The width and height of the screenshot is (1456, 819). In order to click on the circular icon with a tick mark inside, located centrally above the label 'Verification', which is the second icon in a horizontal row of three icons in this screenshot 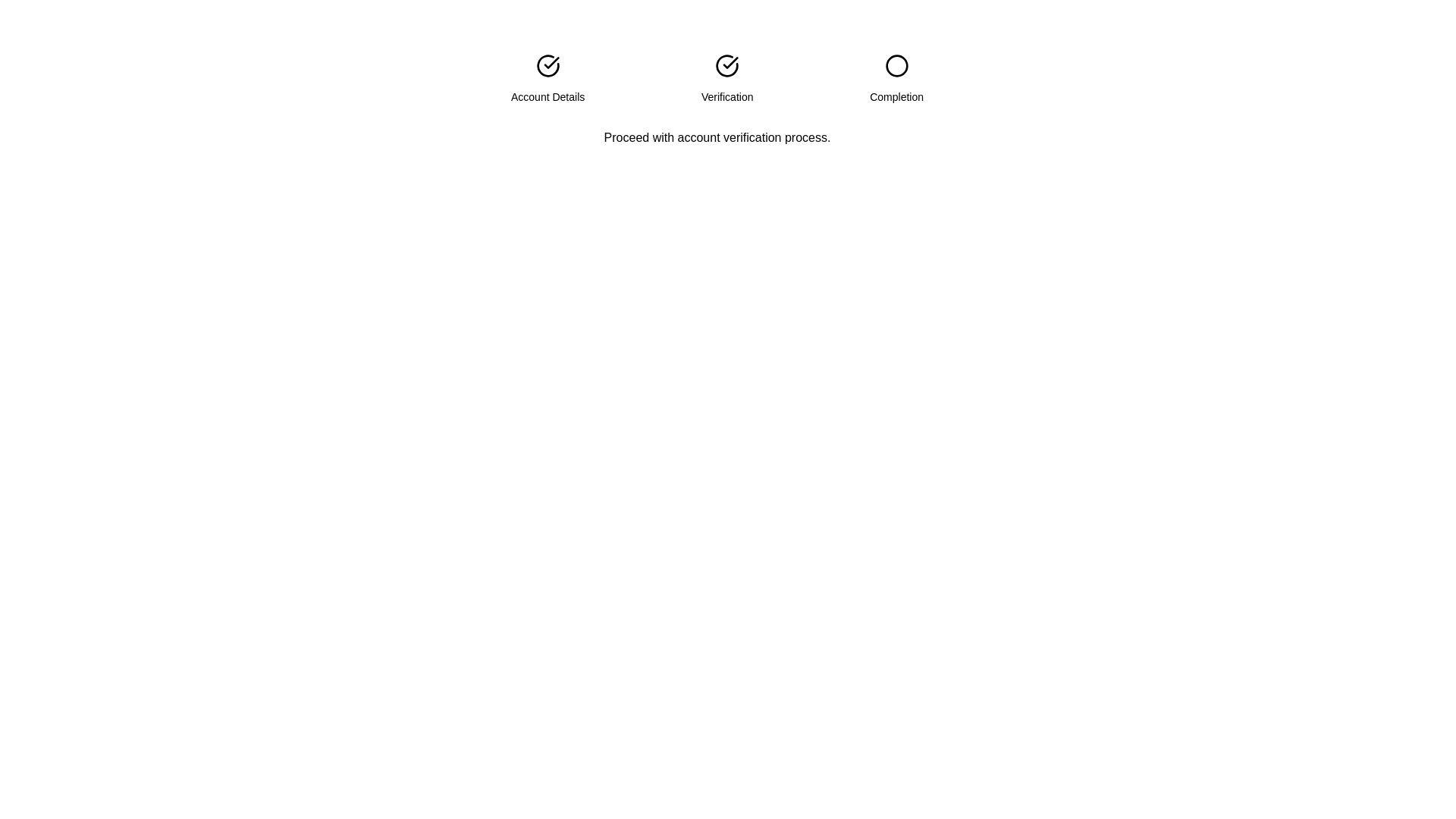, I will do `click(726, 65)`.